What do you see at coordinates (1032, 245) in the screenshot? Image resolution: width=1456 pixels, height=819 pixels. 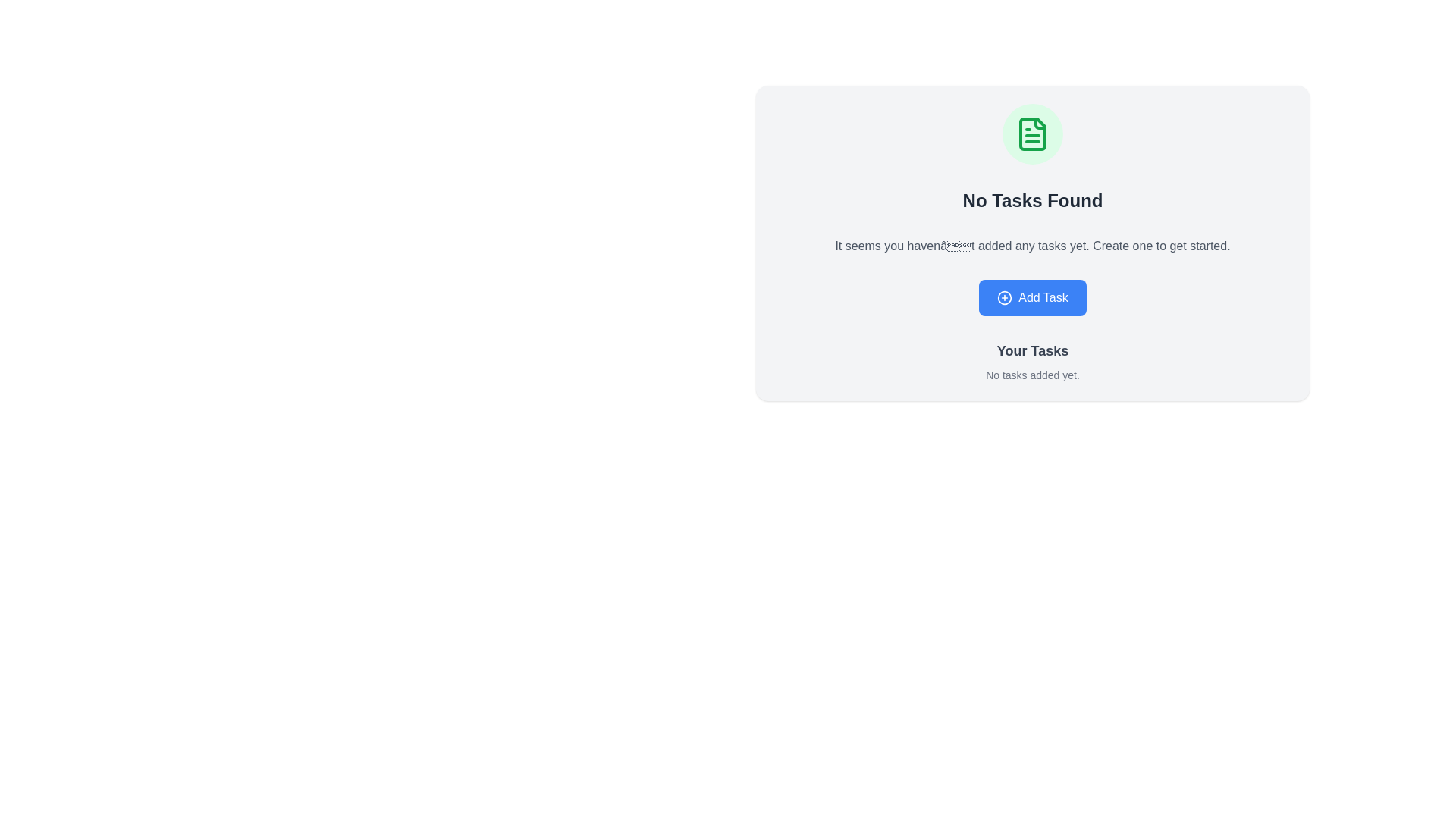 I see `informational text component that displays the message: 'It seems you haven’t added any tasks yet. Create one to get started.' located beneath the 'No Tasks Found' heading` at bounding box center [1032, 245].